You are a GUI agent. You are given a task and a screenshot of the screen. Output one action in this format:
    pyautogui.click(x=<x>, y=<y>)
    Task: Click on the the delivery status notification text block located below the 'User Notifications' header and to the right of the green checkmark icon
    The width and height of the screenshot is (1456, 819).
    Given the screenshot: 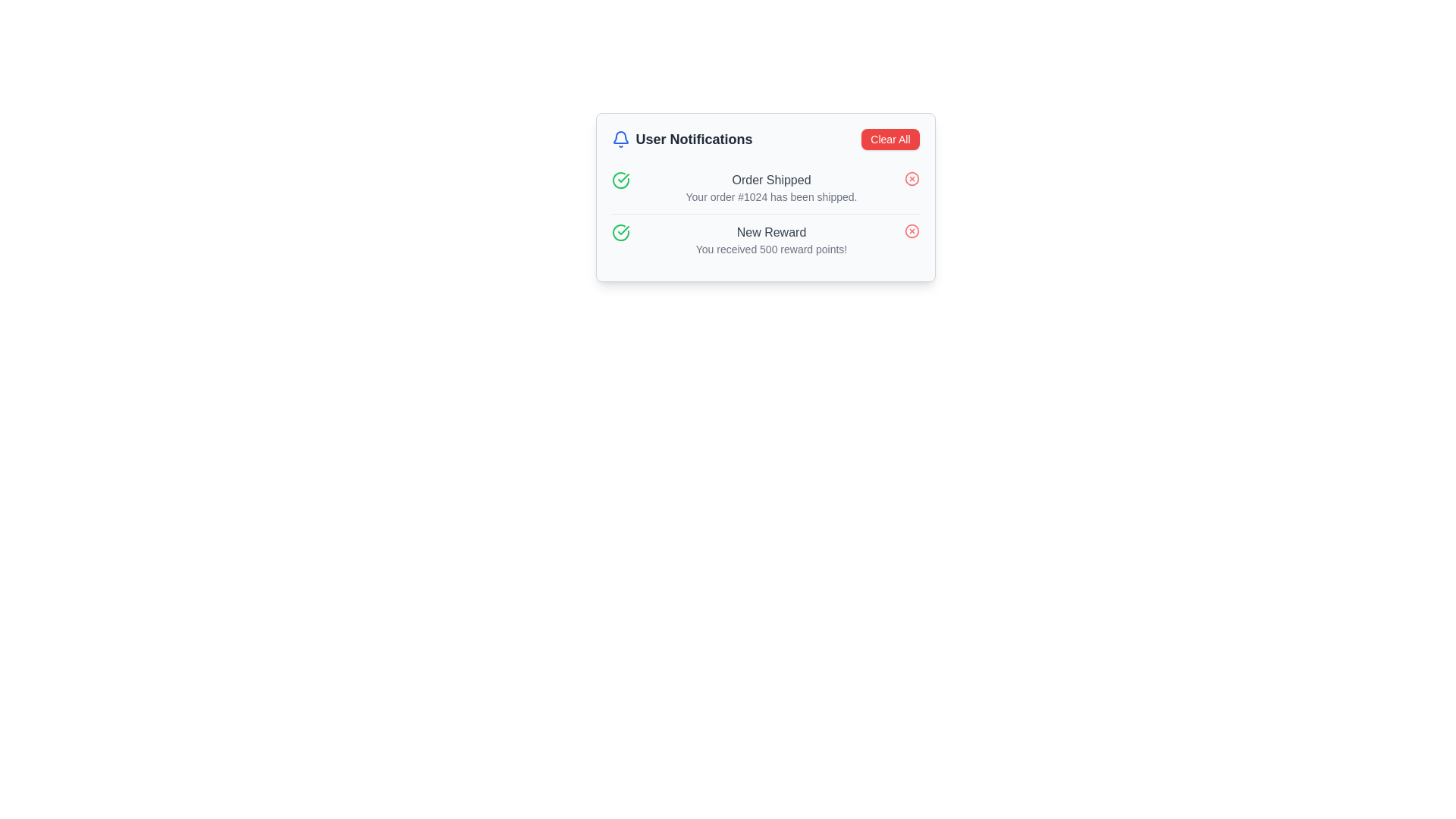 What is the action you would take?
    pyautogui.click(x=771, y=187)
    